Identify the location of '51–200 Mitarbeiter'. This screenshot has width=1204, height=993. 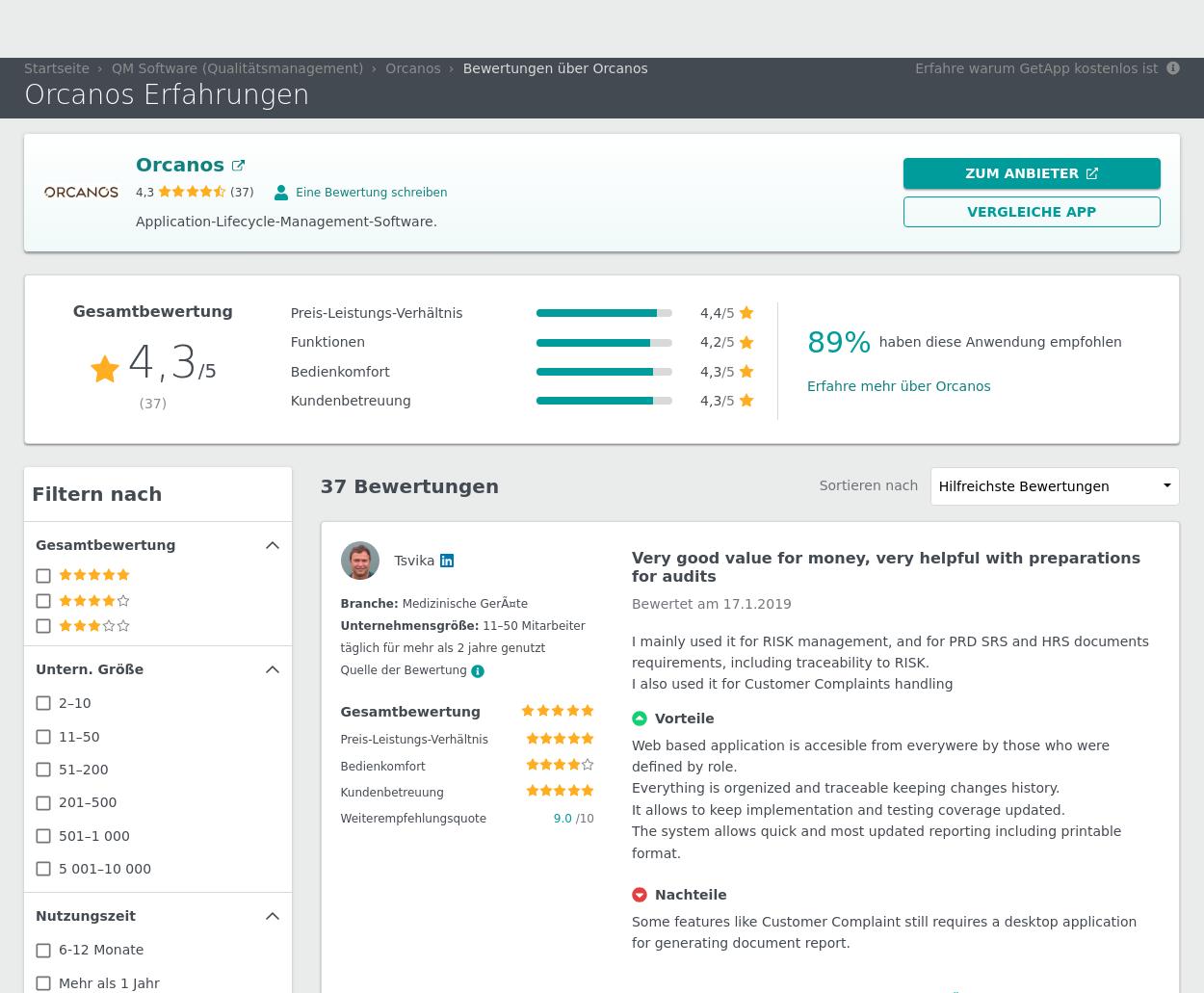
(536, 897).